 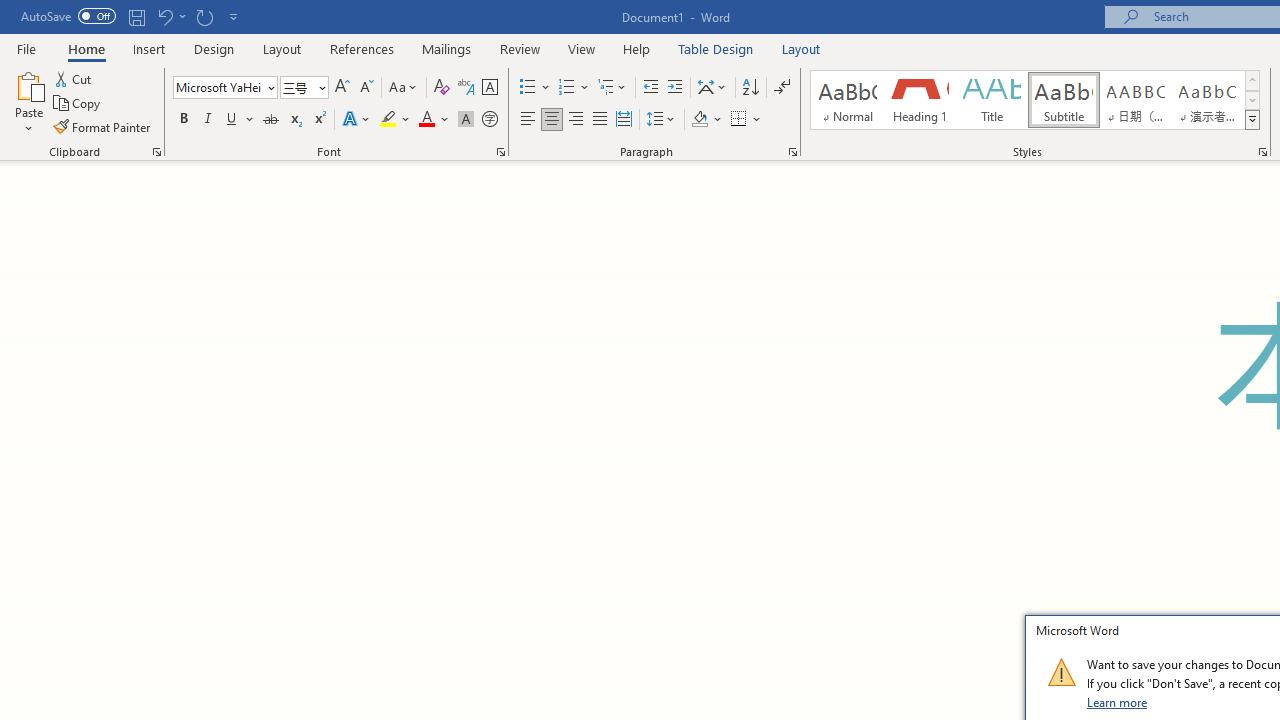 I want to click on 'Shrink Font', so click(x=366, y=86).